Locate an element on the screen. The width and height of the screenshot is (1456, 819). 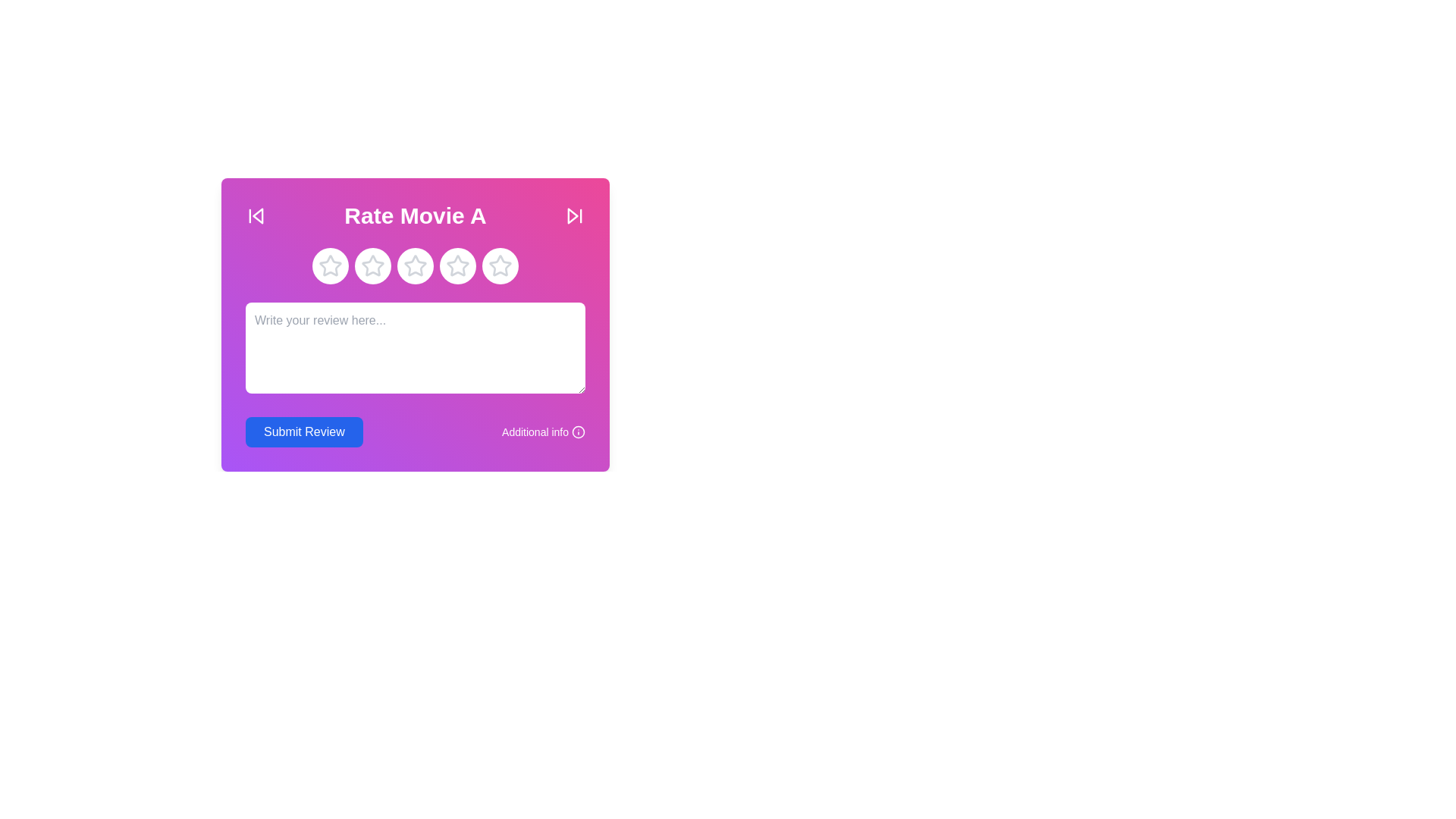
the fifth circular button with a gray star icon to register a five-star rating is located at coordinates (500, 265).